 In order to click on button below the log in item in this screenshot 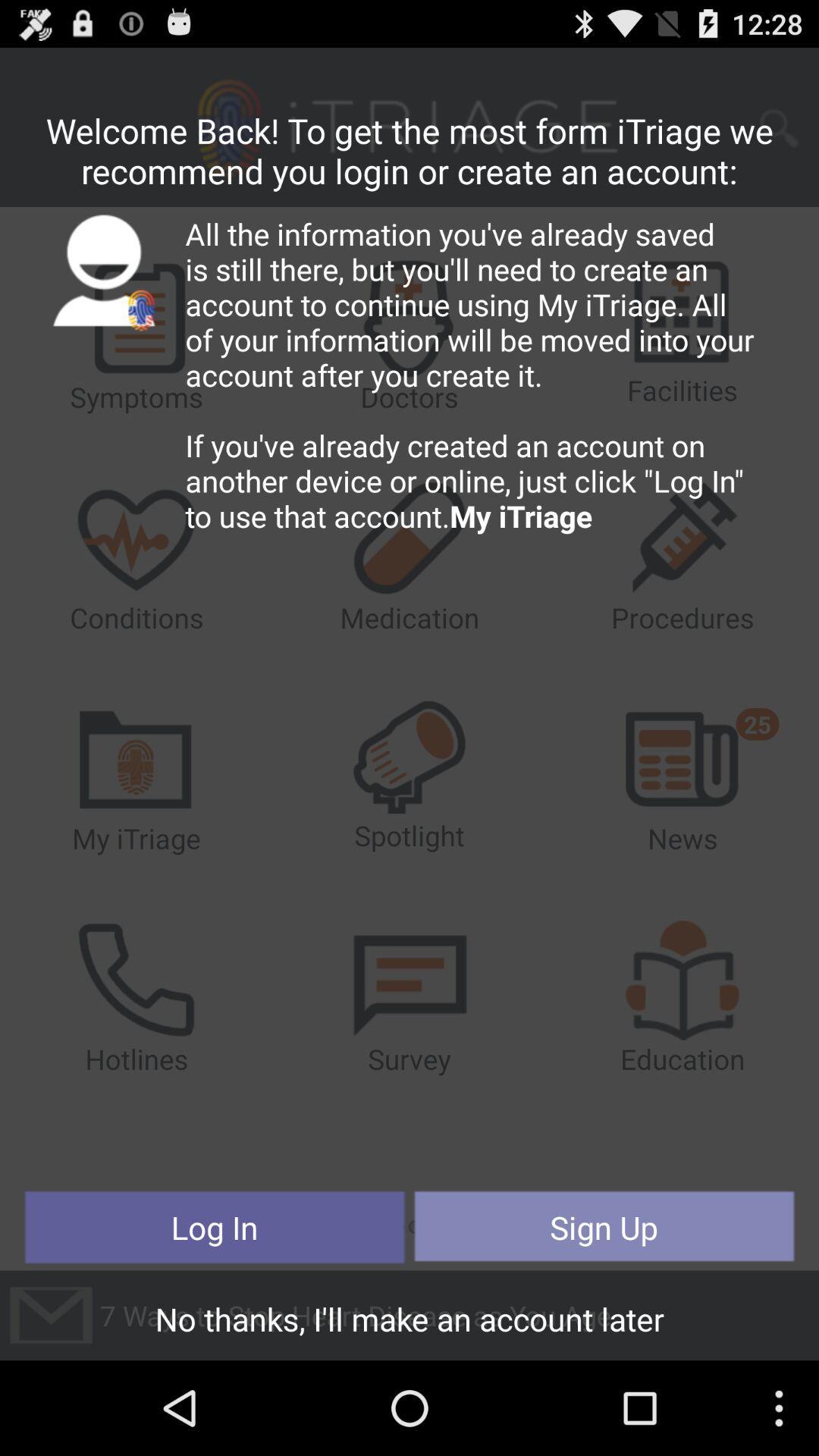, I will do `click(409, 1323)`.